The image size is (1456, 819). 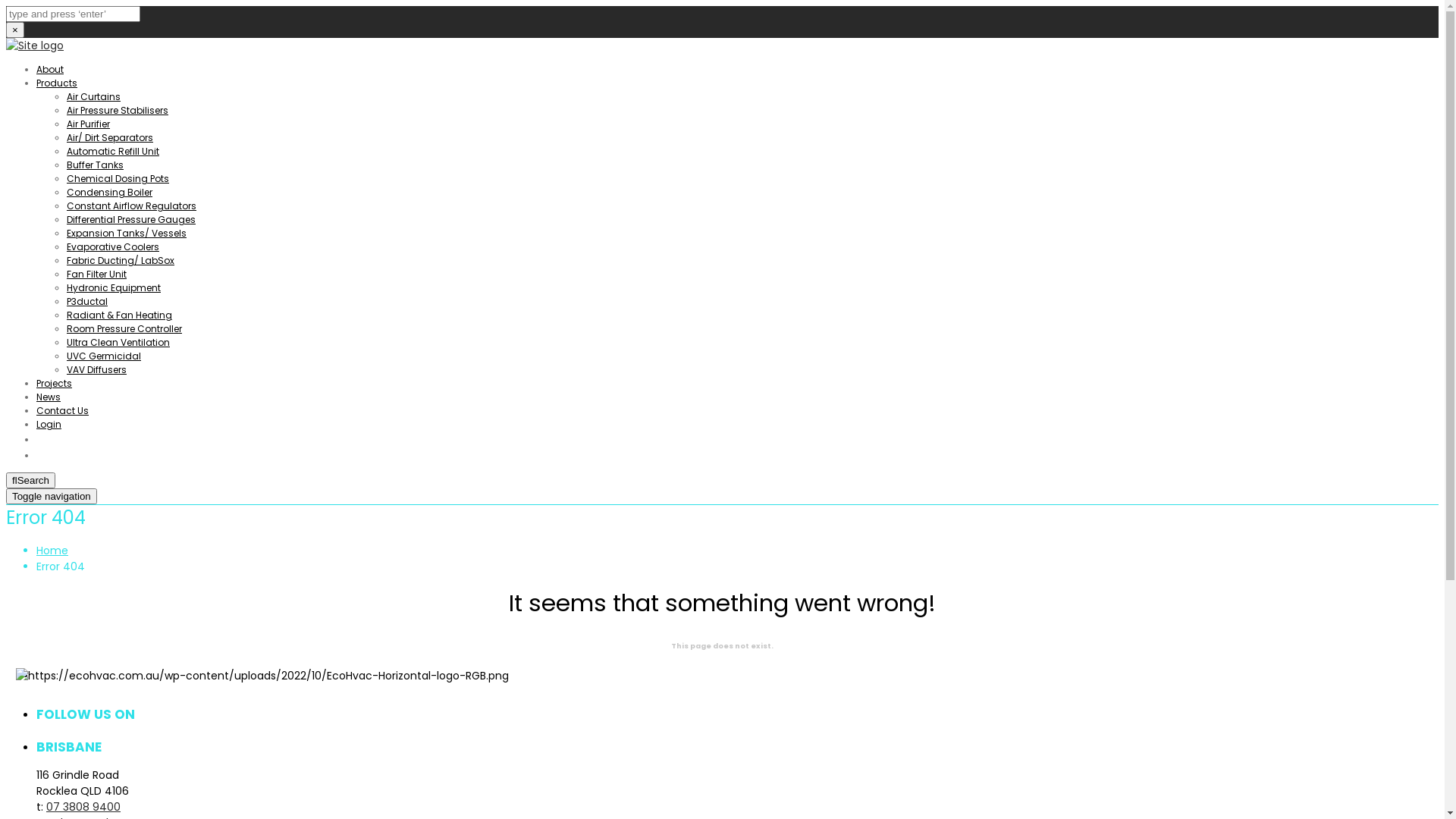 What do you see at coordinates (117, 177) in the screenshot?
I see `'Chemical Dosing Pots'` at bounding box center [117, 177].